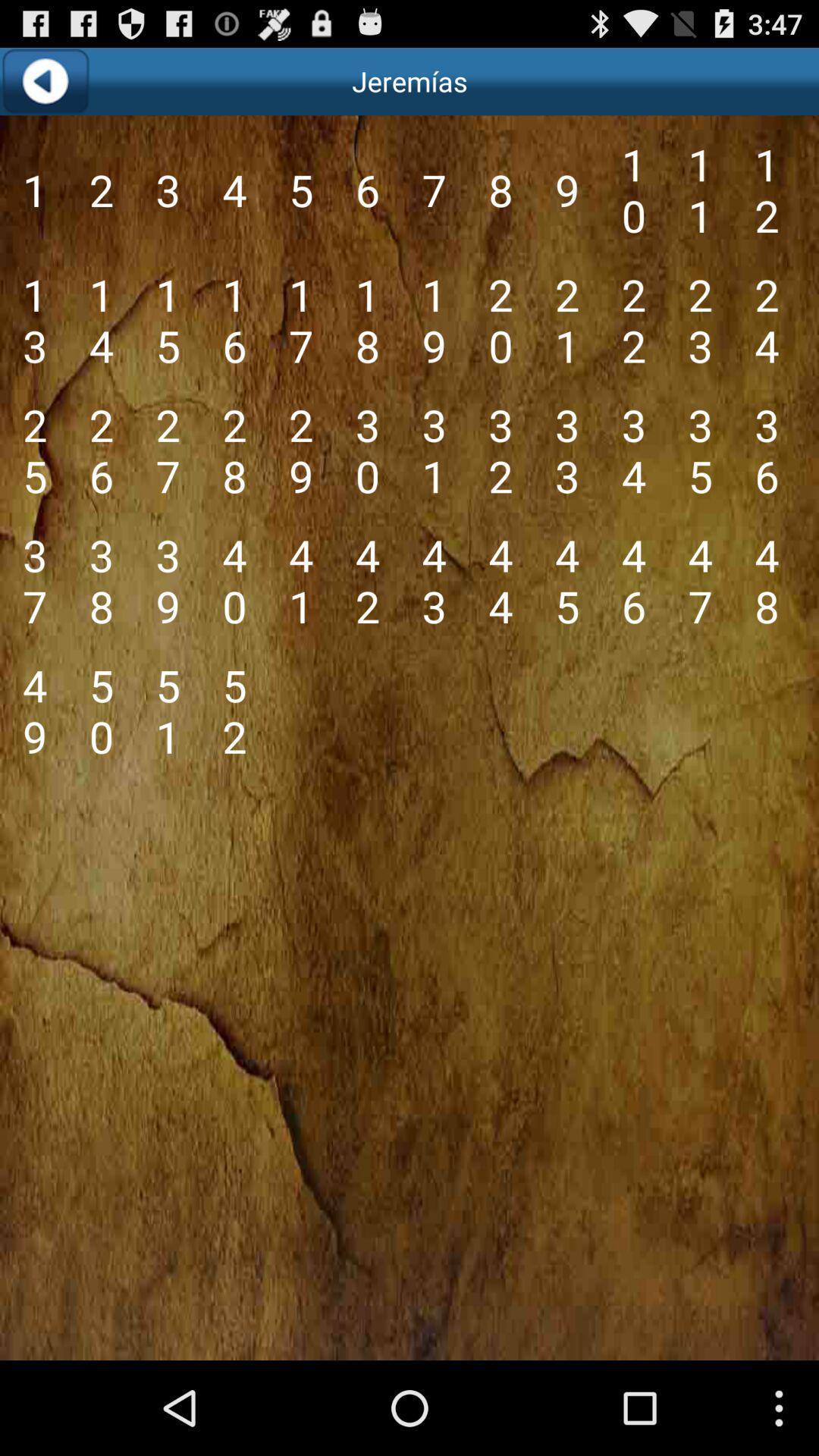  What do you see at coordinates (44, 80) in the screenshot?
I see `go back` at bounding box center [44, 80].